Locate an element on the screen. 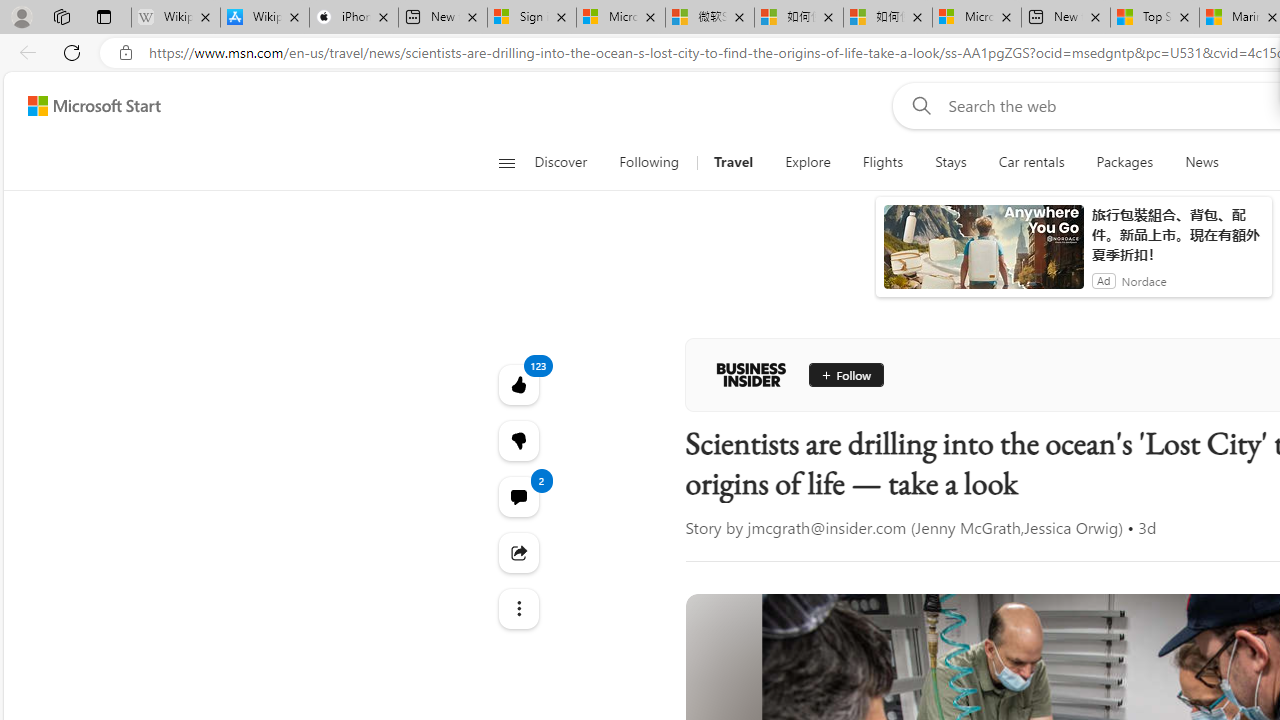 This screenshot has width=1280, height=720. 'anim-content' is located at coordinates (983, 254).